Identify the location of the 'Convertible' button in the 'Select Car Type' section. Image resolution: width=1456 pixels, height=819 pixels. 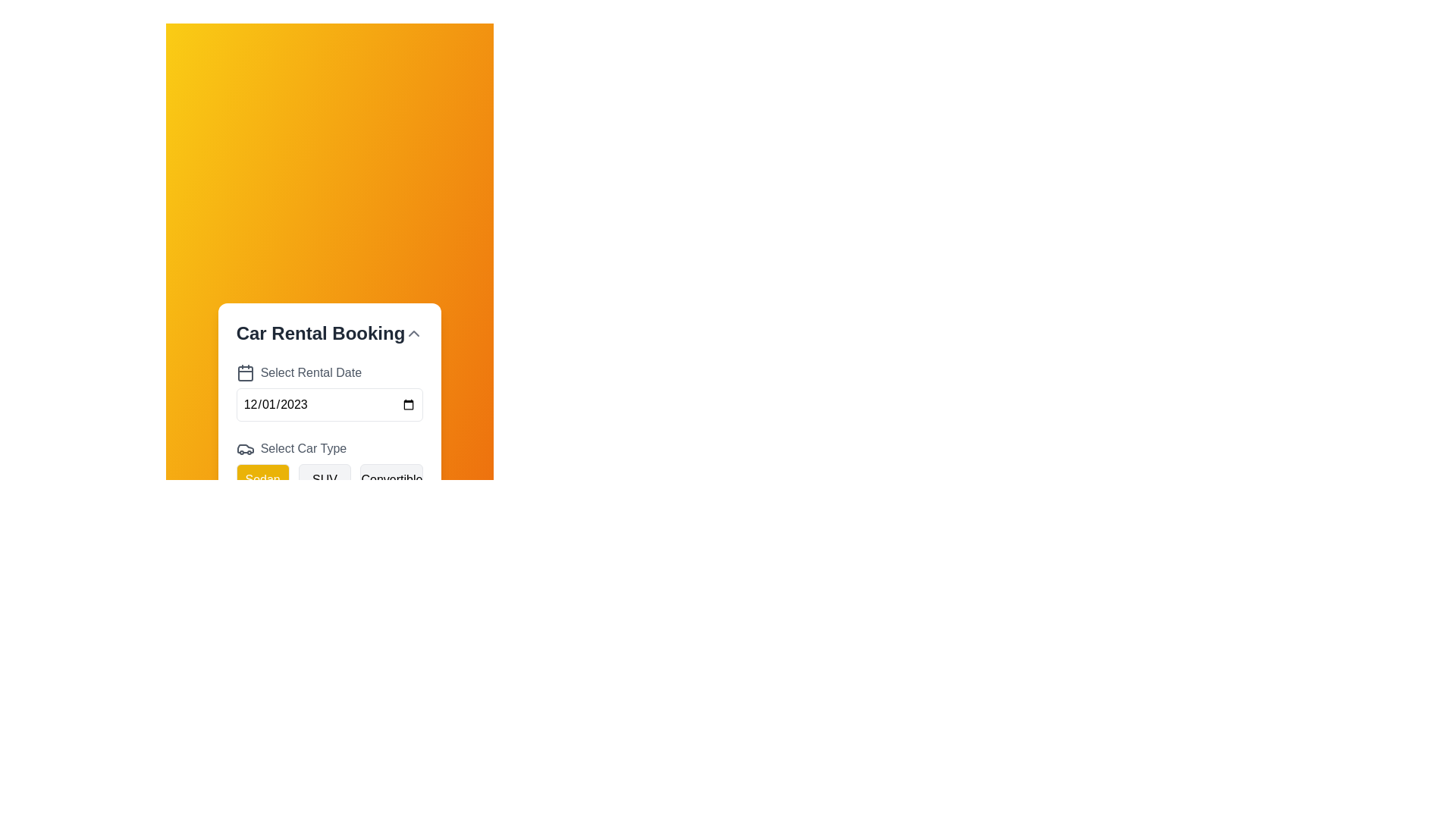
(391, 479).